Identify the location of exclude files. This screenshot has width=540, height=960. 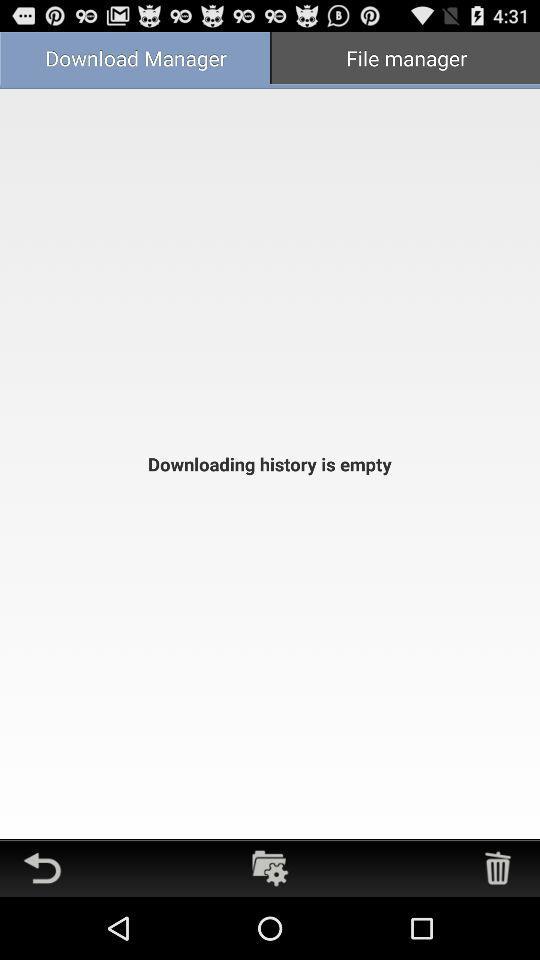
(496, 867).